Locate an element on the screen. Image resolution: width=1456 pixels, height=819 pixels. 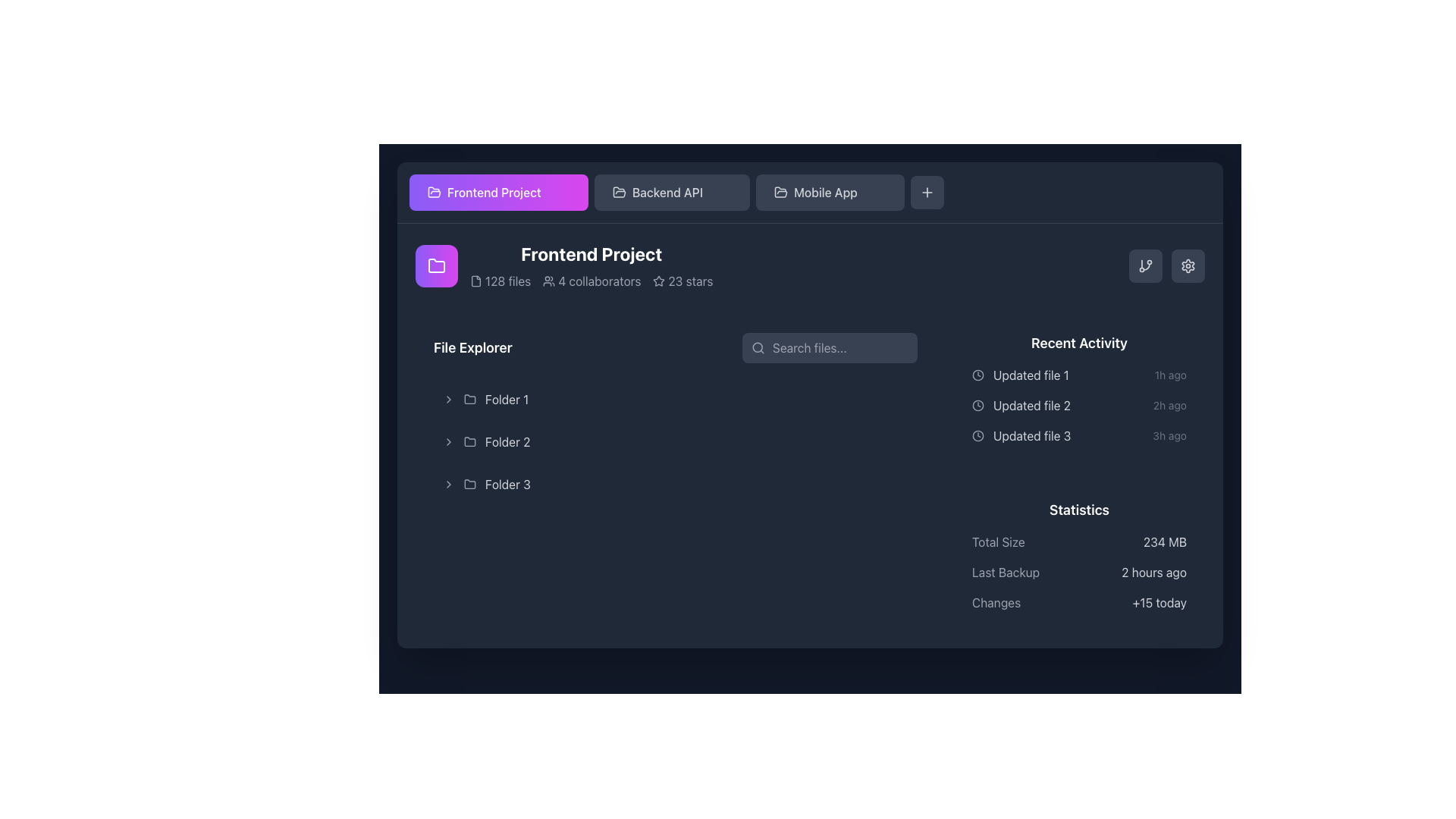
the descriptive text next to the collaborators icon, which visually represents the number of team members, located in the upper part of the application interface near the project header is located at coordinates (548, 281).